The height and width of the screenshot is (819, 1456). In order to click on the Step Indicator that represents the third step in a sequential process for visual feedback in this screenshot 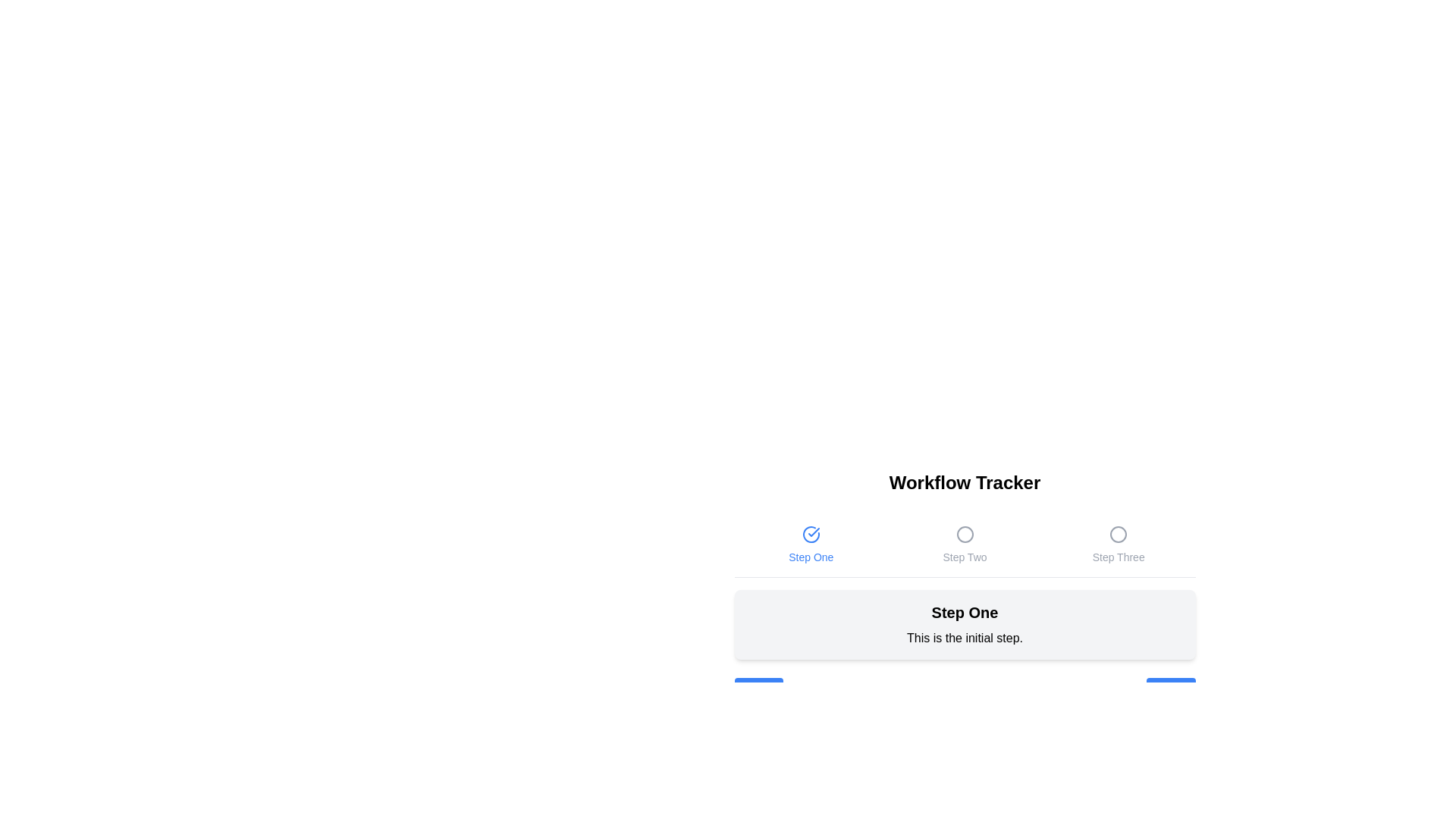, I will do `click(1119, 544)`.